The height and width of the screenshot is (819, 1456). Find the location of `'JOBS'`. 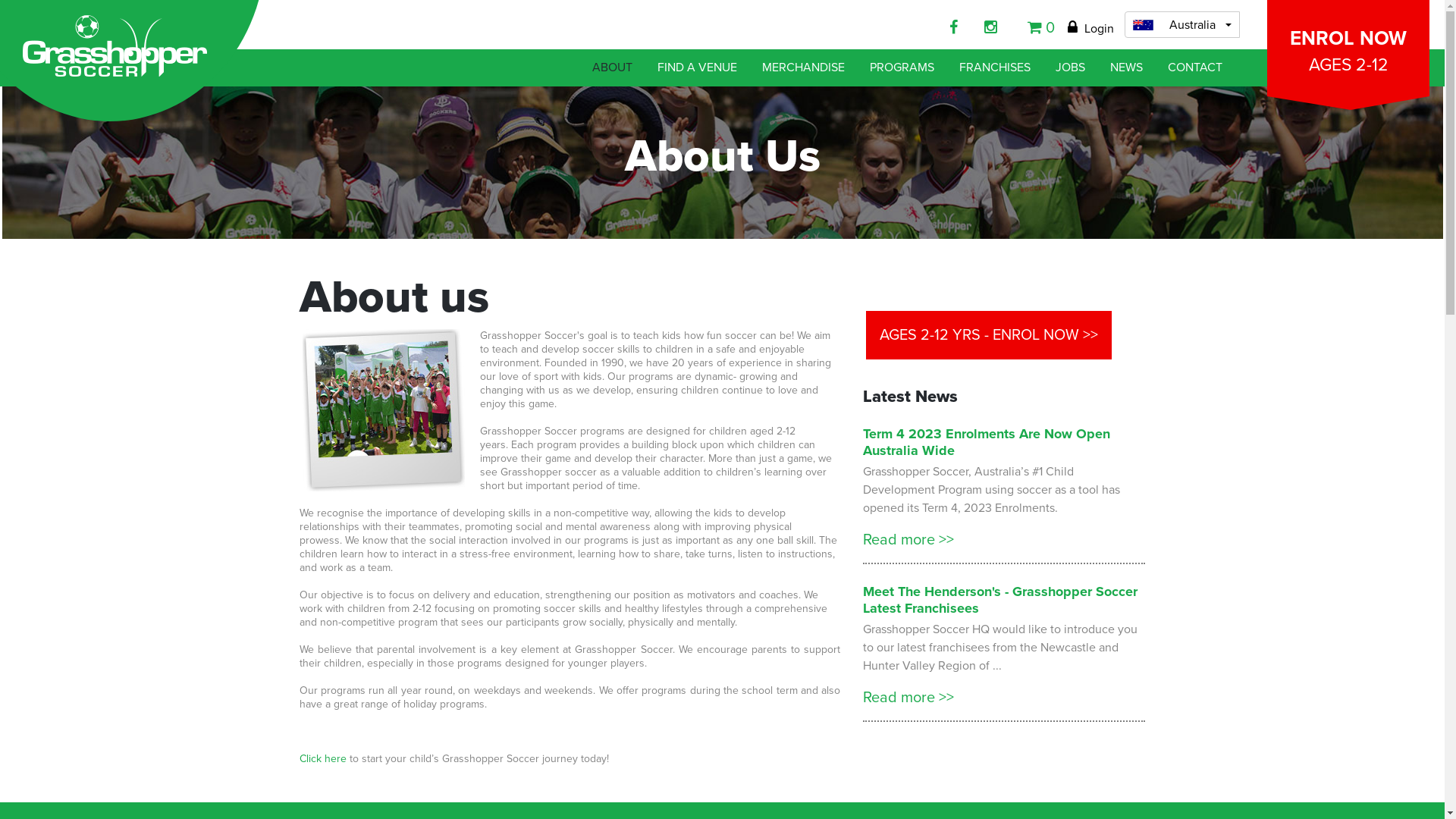

'JOBS' is located at coordinates (1069, 67).